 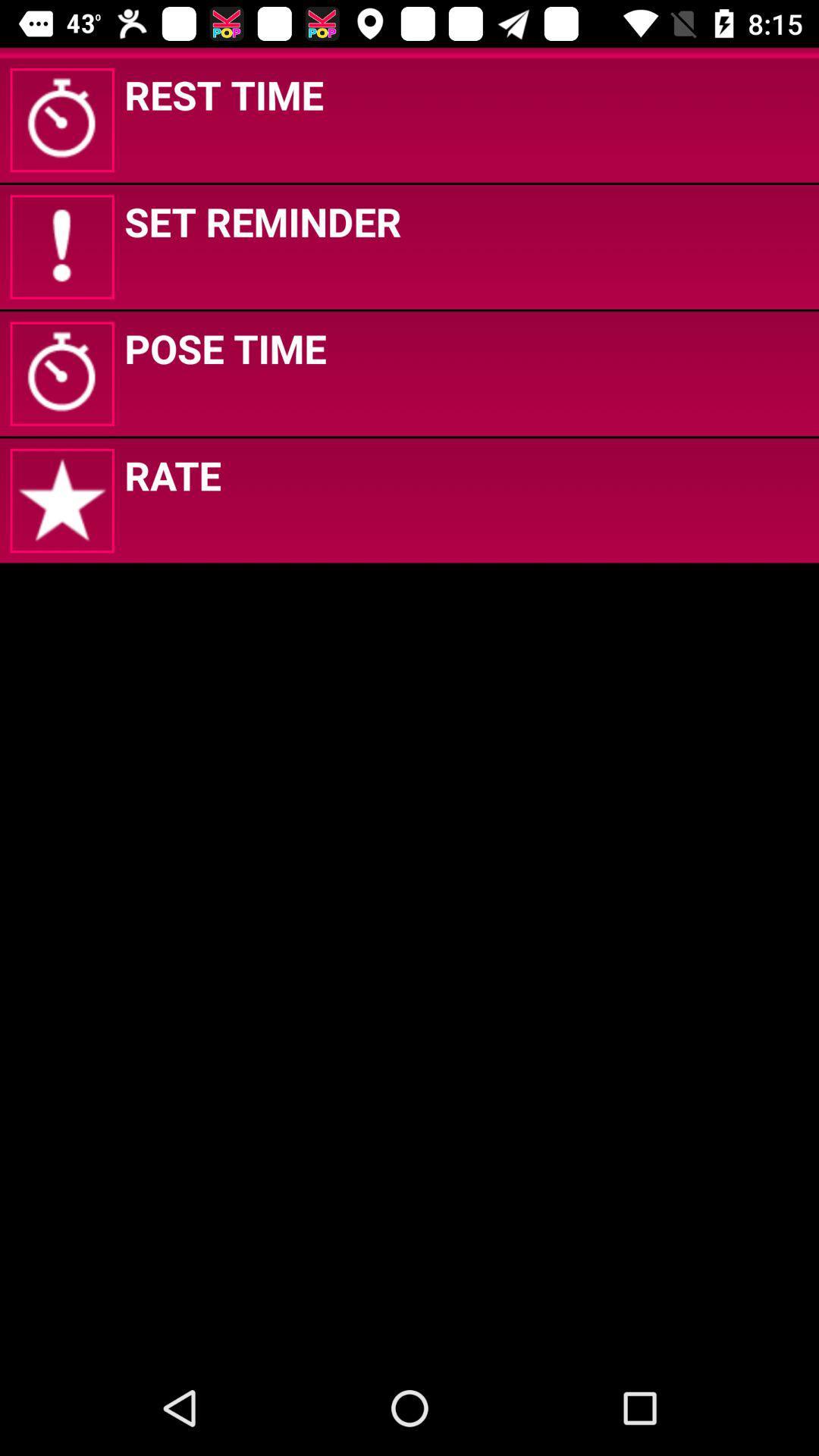 What do you see at coordinates (262, 221) in the screenshot?
I see `app above the pose time` at bounding box center [262, 221].